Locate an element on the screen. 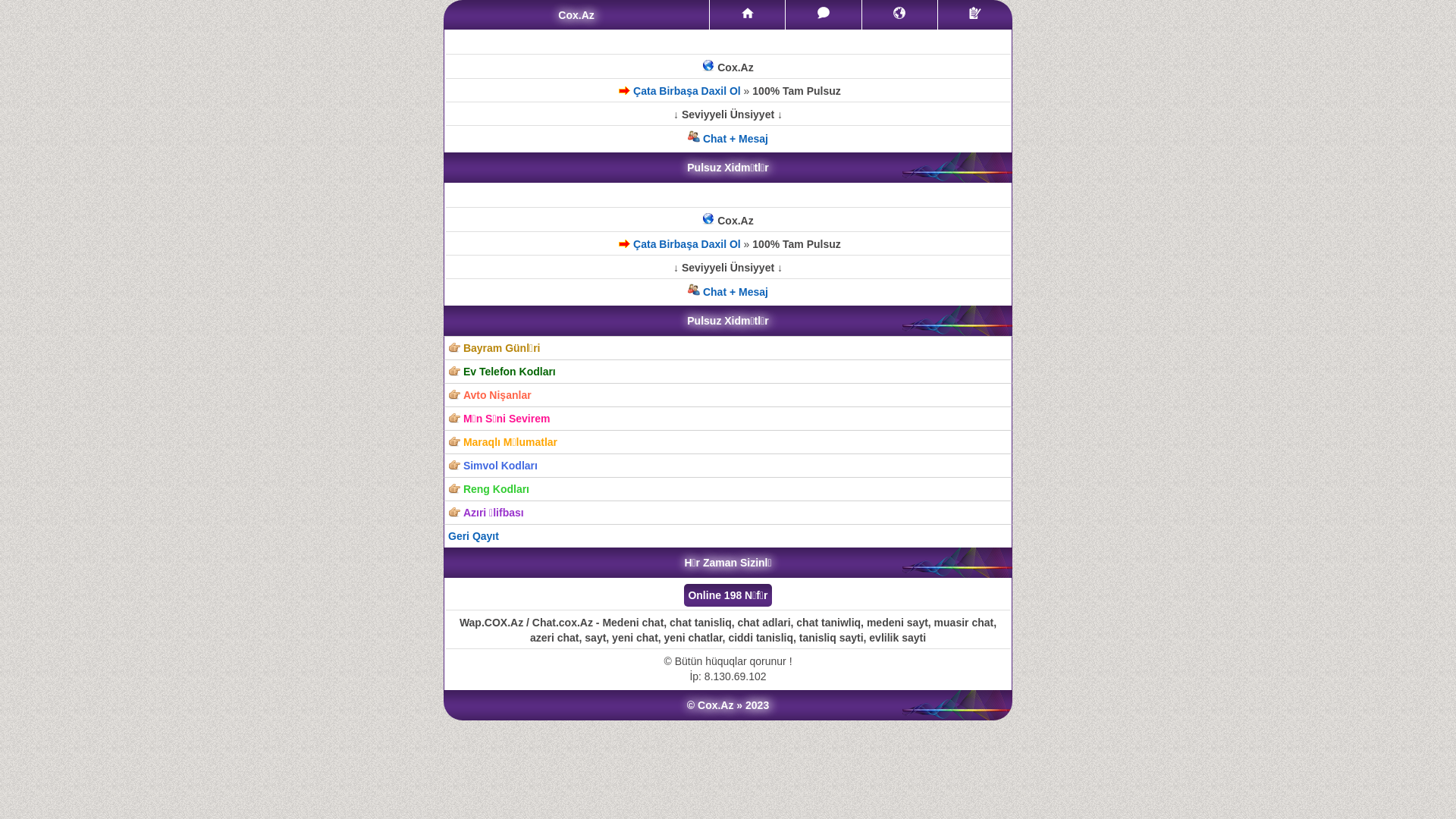 The width and height of the screenshot is (1456, 819). 'Mesajlar' is located at coordinates (822, 14).